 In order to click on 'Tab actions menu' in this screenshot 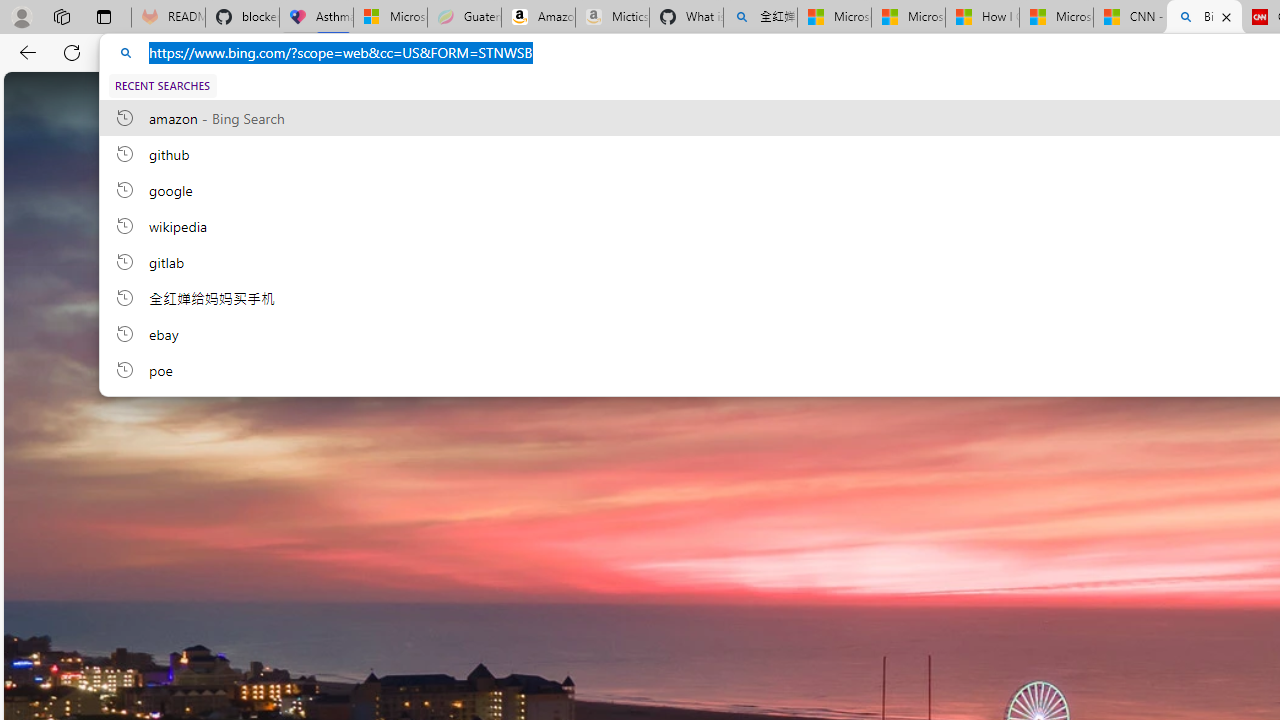, I will do `click(103, 16)`.